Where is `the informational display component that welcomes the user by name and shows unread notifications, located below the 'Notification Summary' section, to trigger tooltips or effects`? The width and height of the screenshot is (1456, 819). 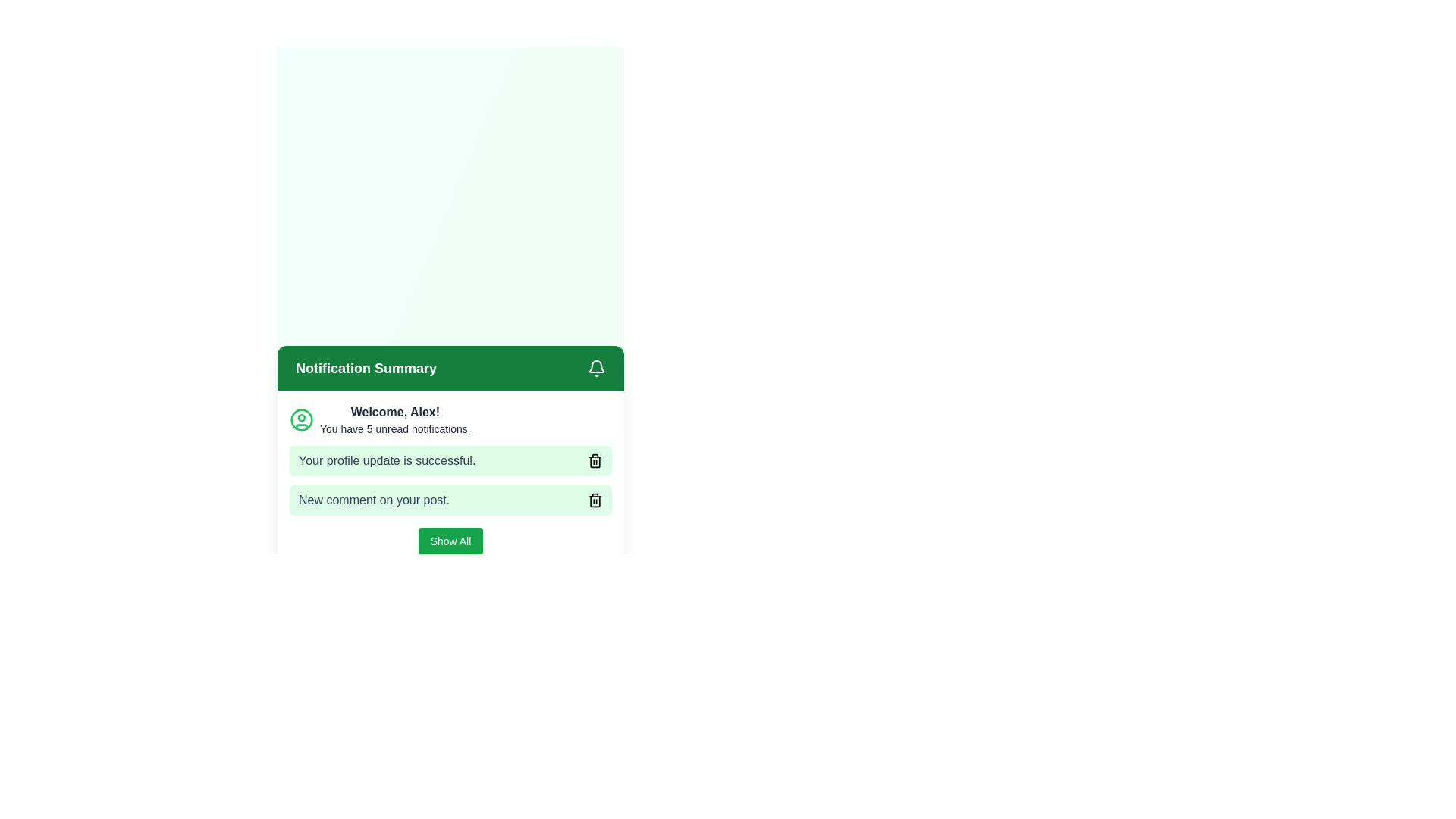
the informational display component that welcomes the user by name and shows unread notifications, located below the 'Notification Summary' section, to trigger tooltips or effects is located at coordinates (450, 420).